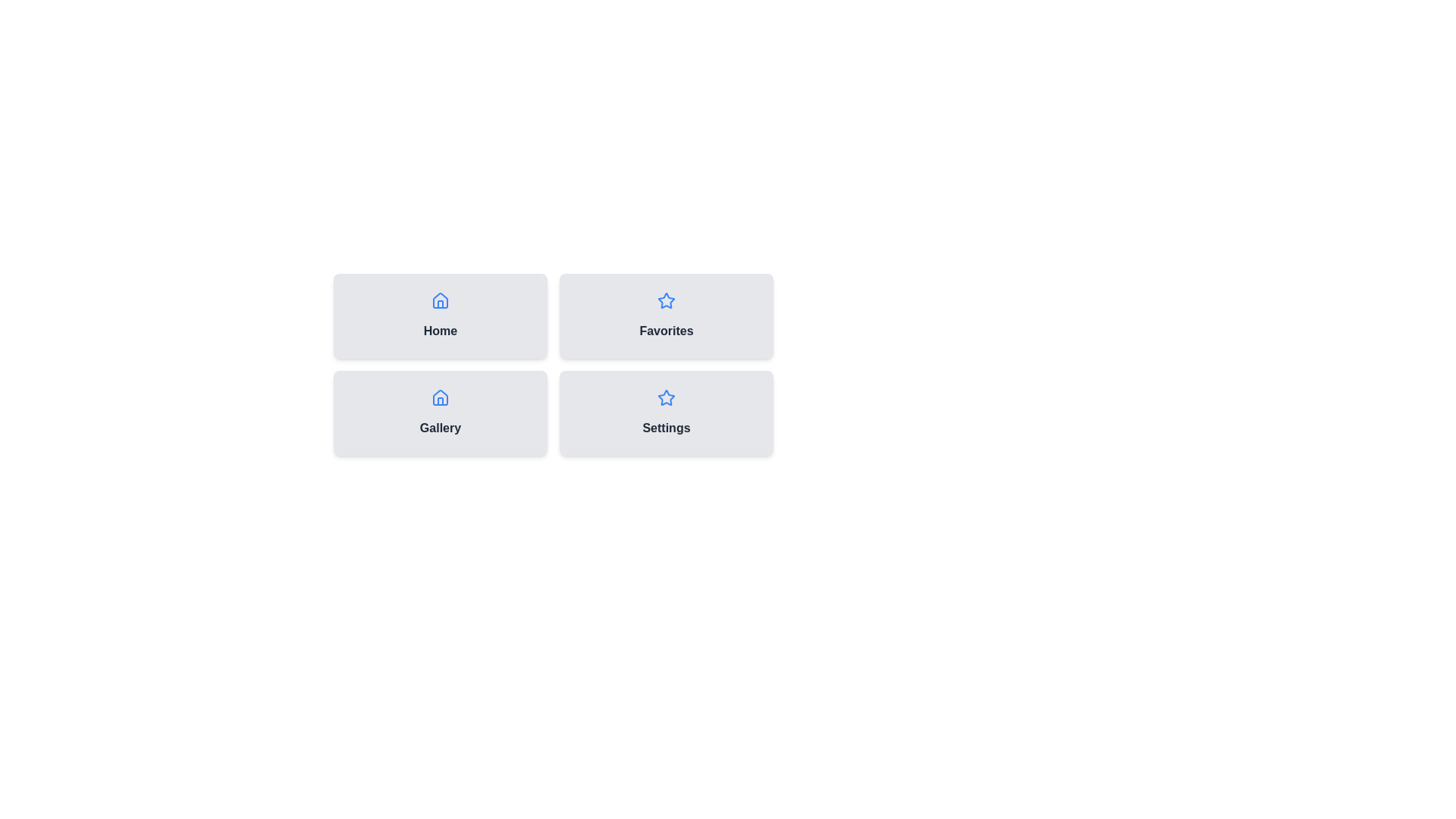  I want to click on the door graphic within the 'Gallery' button icon, which is located at the bottom center of the house representation, so click(439, 400).